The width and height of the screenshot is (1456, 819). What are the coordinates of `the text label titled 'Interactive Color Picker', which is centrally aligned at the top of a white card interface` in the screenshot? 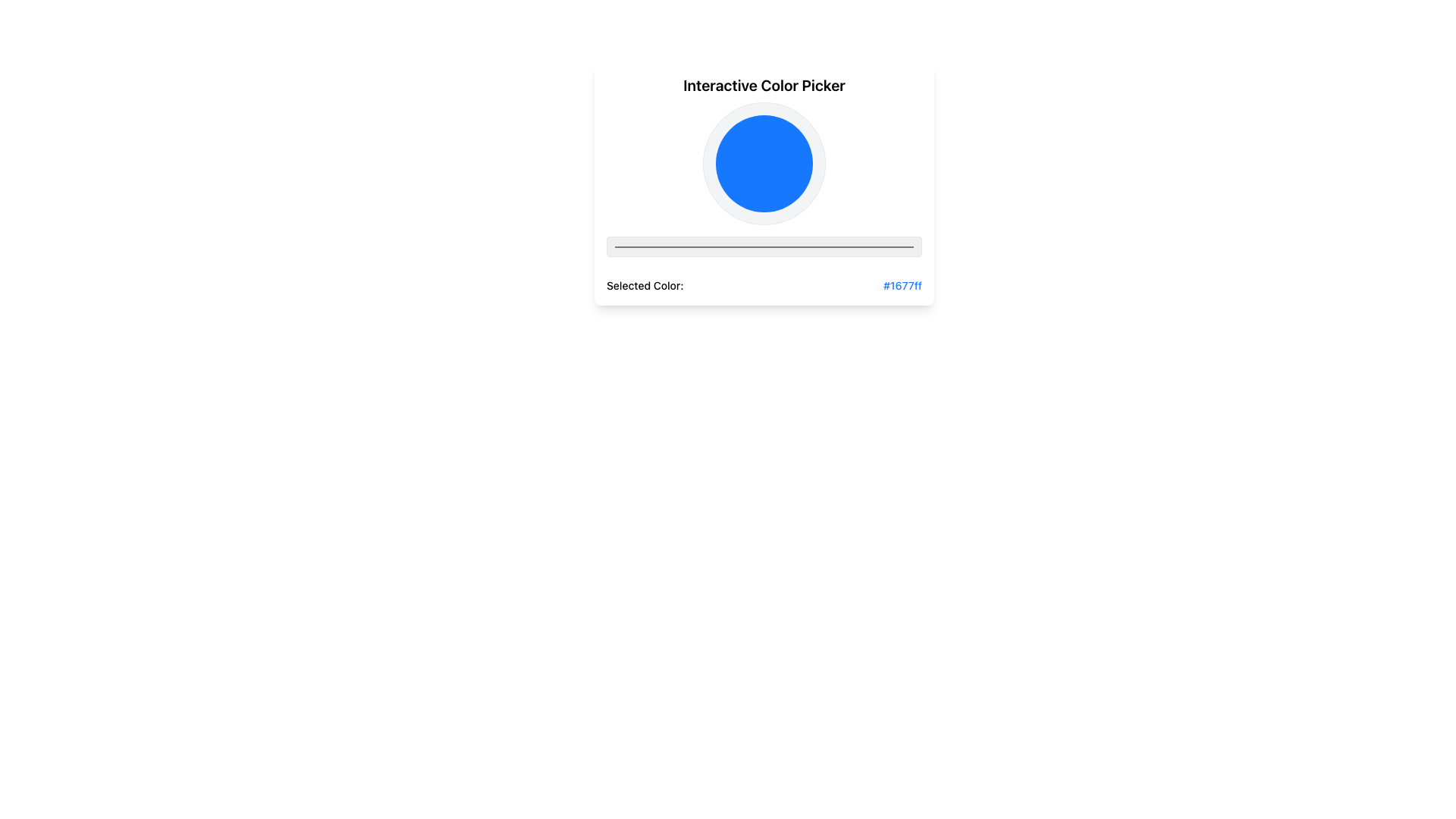 It's located at (764, 85).